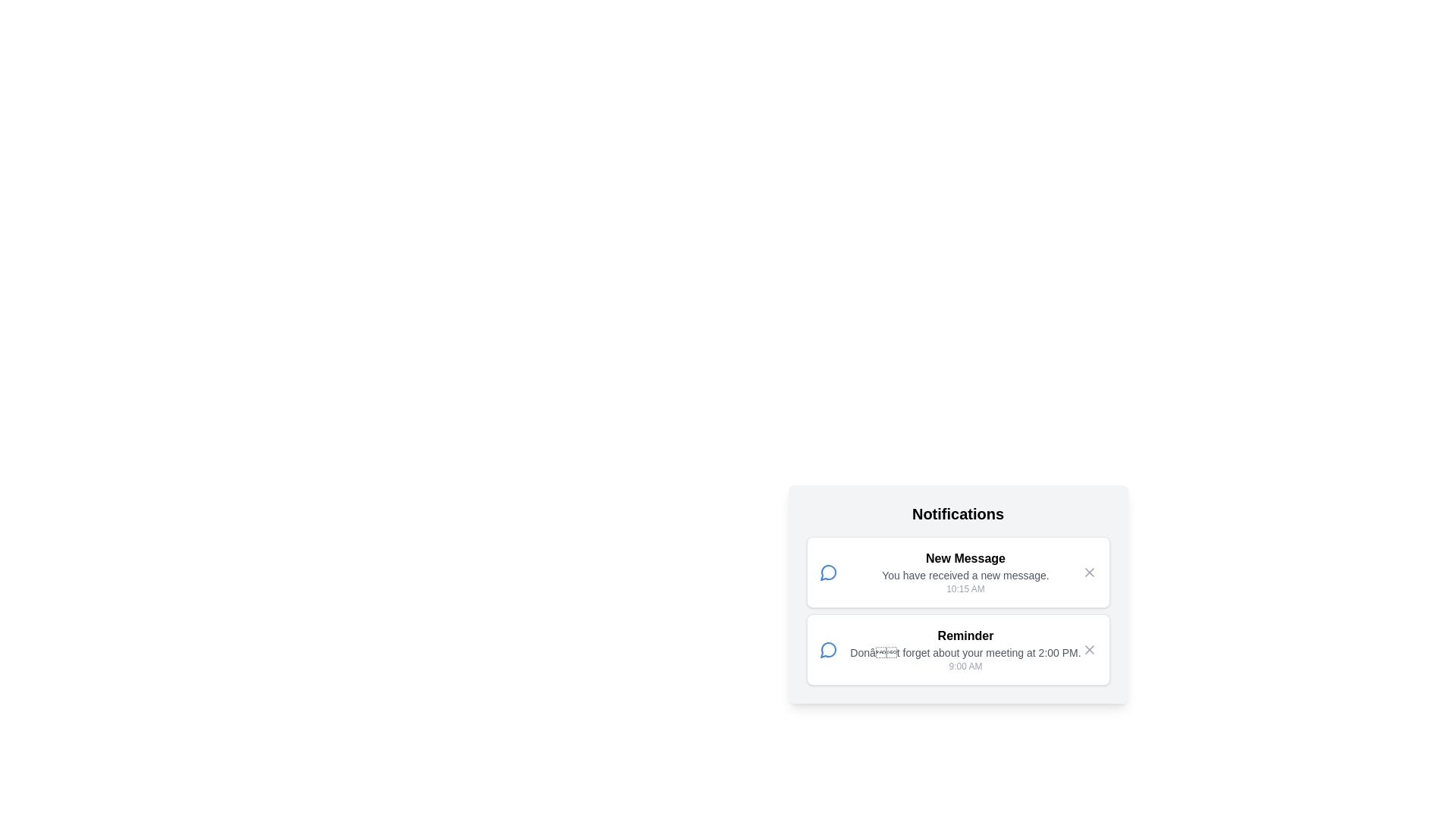 The height and width of the screenshot is (819, 1456). Describe the element at coordinates (957, 573) in the screenshot. I see `the content of a notification by selecting the notification with title New Message` at that location.